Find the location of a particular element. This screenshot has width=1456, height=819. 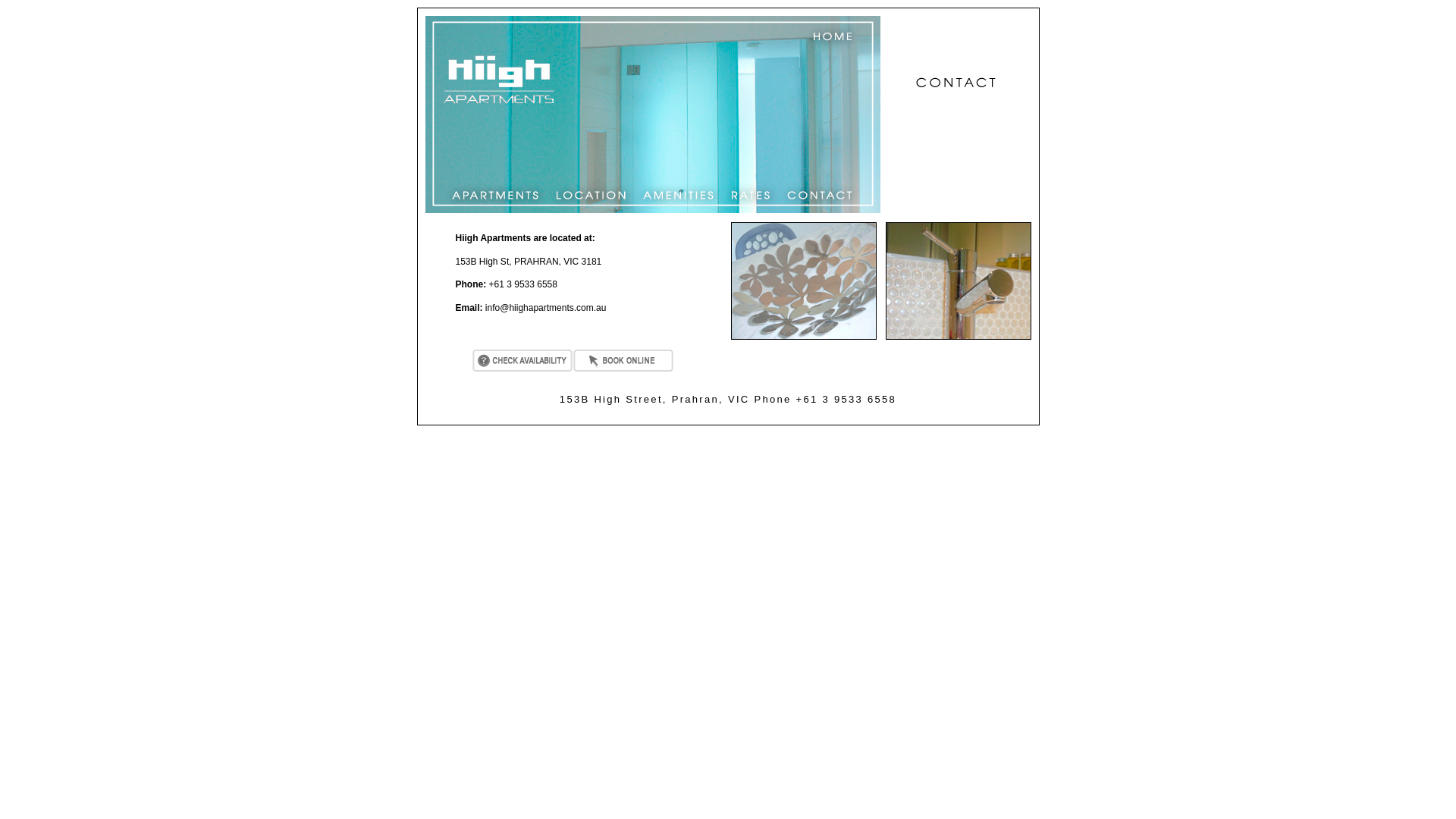

'info@hiighapartments.com.au' is located at coordinates (546, 307).